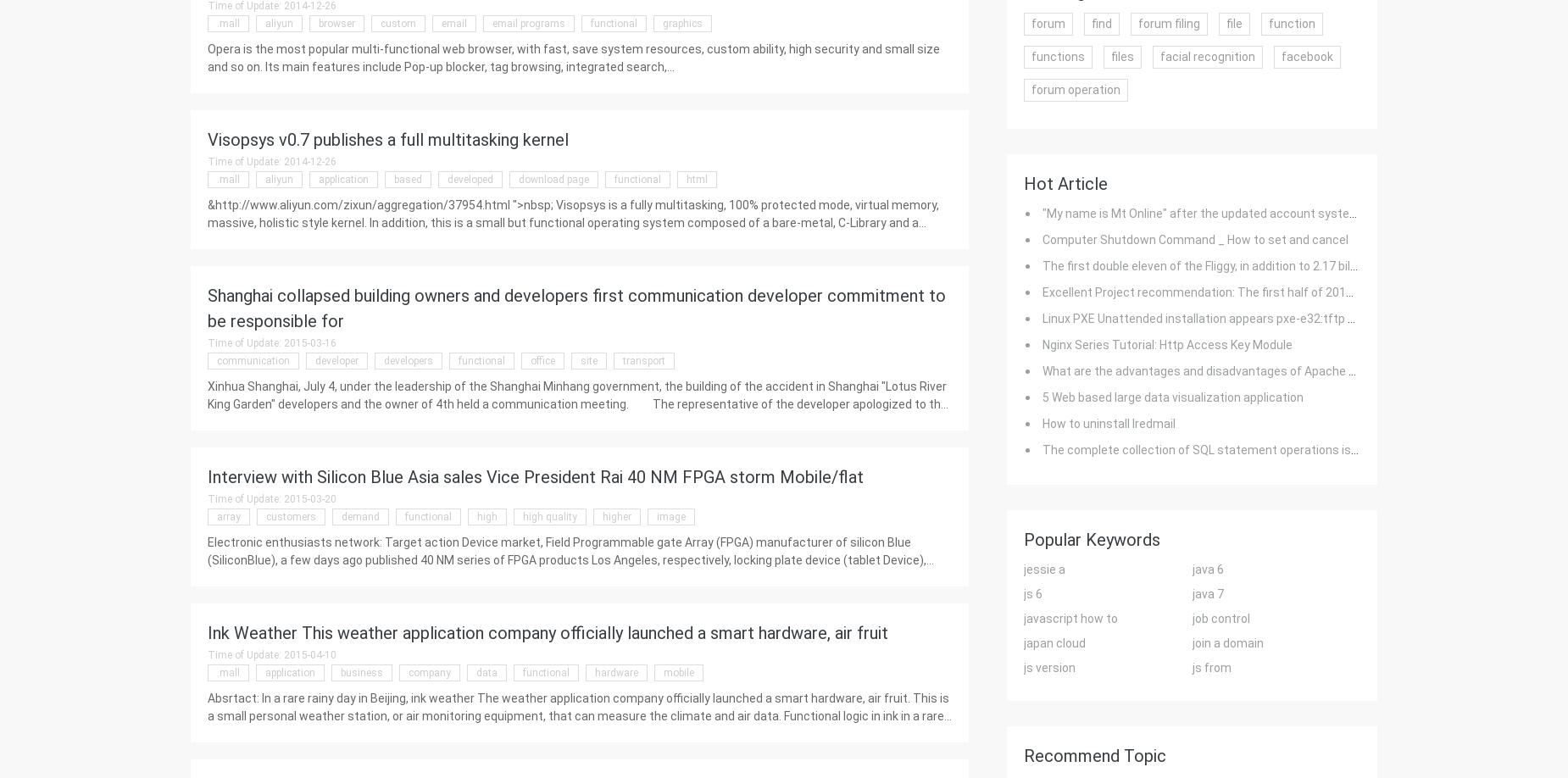  Describe the element at coordinates (697, 179) in the screenshot. I see `'html'` at that location.